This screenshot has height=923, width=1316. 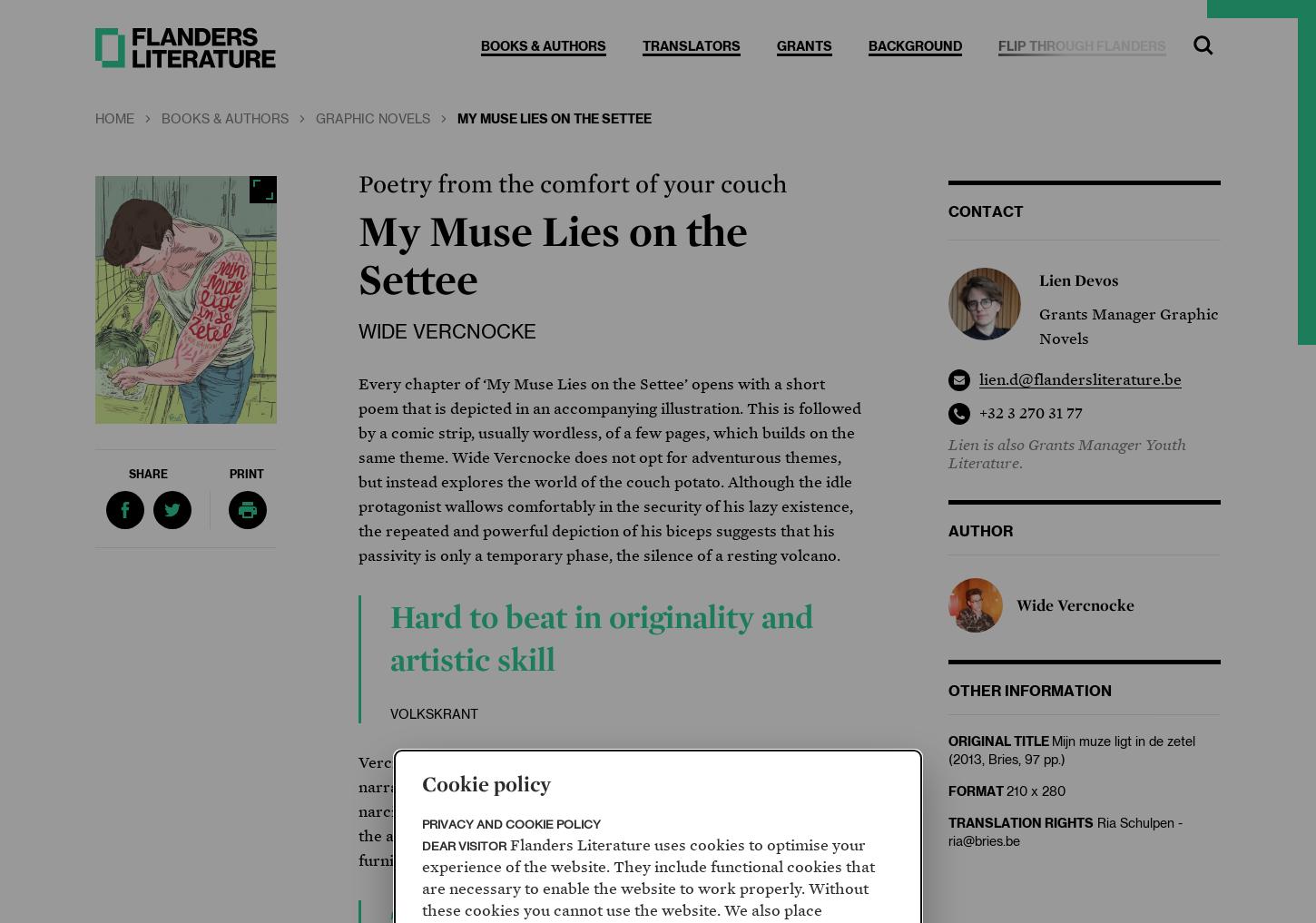 I want to click on 'Home', so click(x=94, y=119).